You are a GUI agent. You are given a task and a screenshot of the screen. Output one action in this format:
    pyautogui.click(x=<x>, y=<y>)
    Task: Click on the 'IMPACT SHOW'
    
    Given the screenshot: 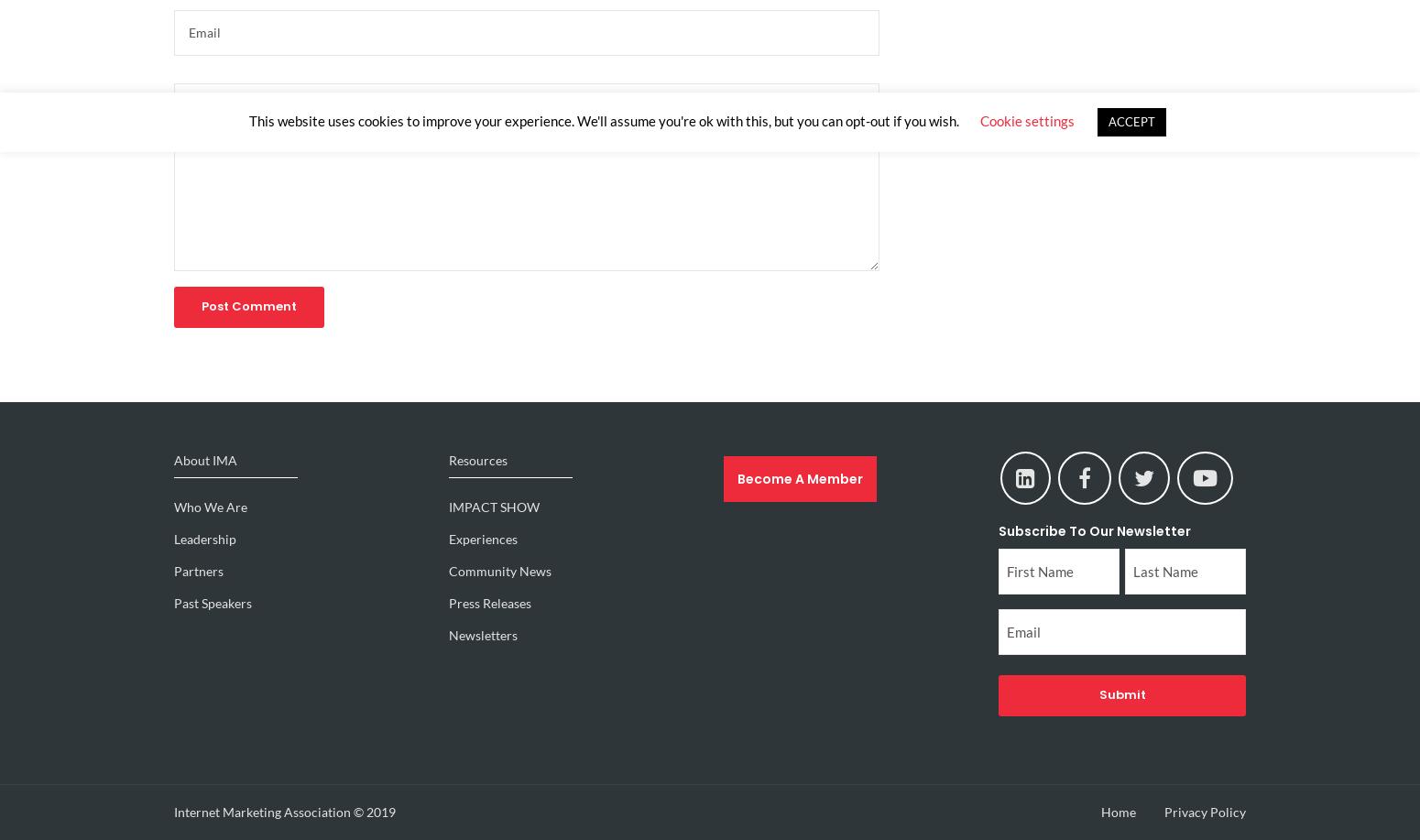 What is the action you would take?
    pyautogui.click(x=493, y=507)
    